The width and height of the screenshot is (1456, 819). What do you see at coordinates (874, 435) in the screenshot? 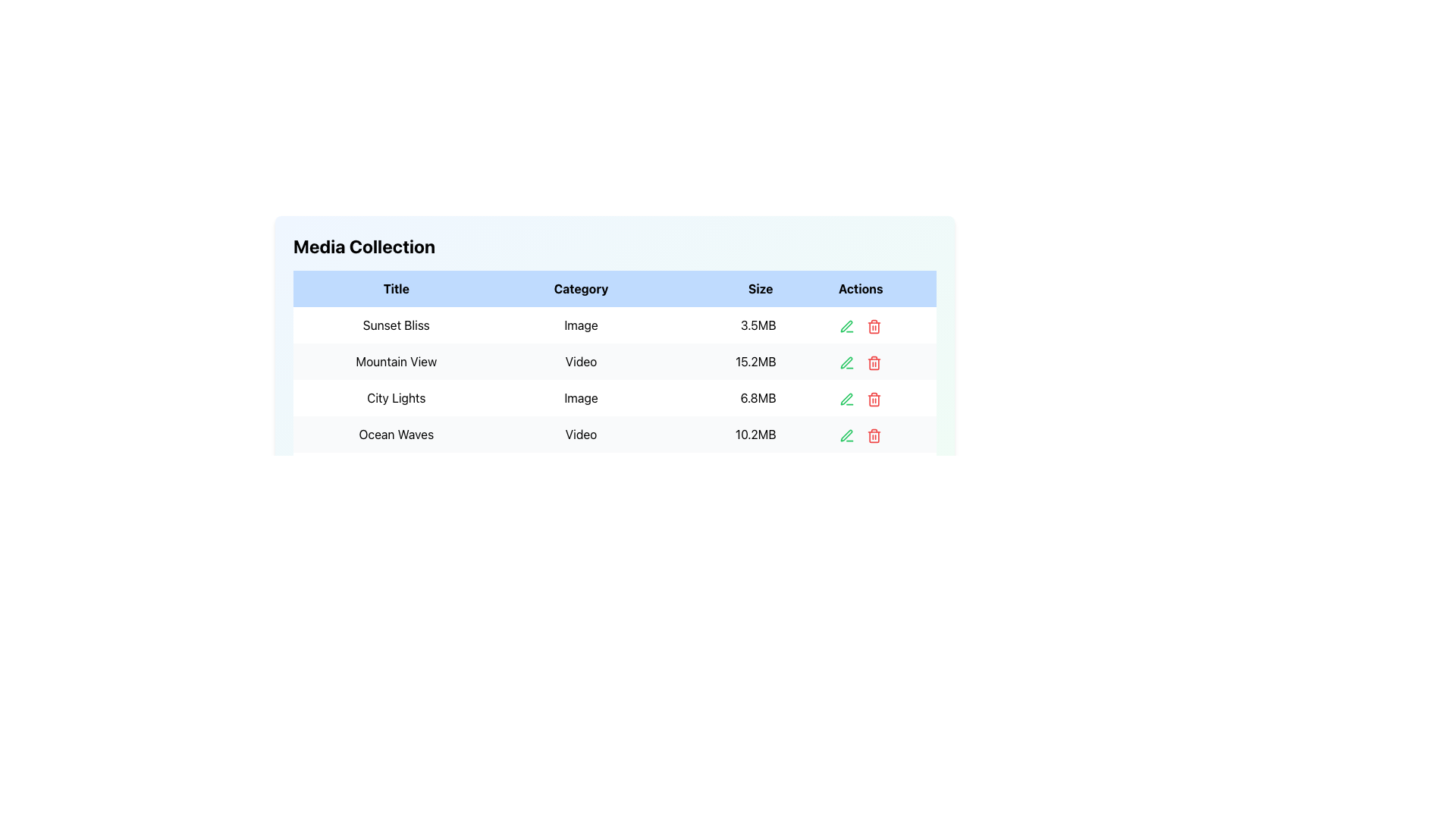
I see `the 'Trash Bin' styled button icon in the 'Actions' column of the fourth row of the 'Media Collection' table` at bounding box center [874, 435].